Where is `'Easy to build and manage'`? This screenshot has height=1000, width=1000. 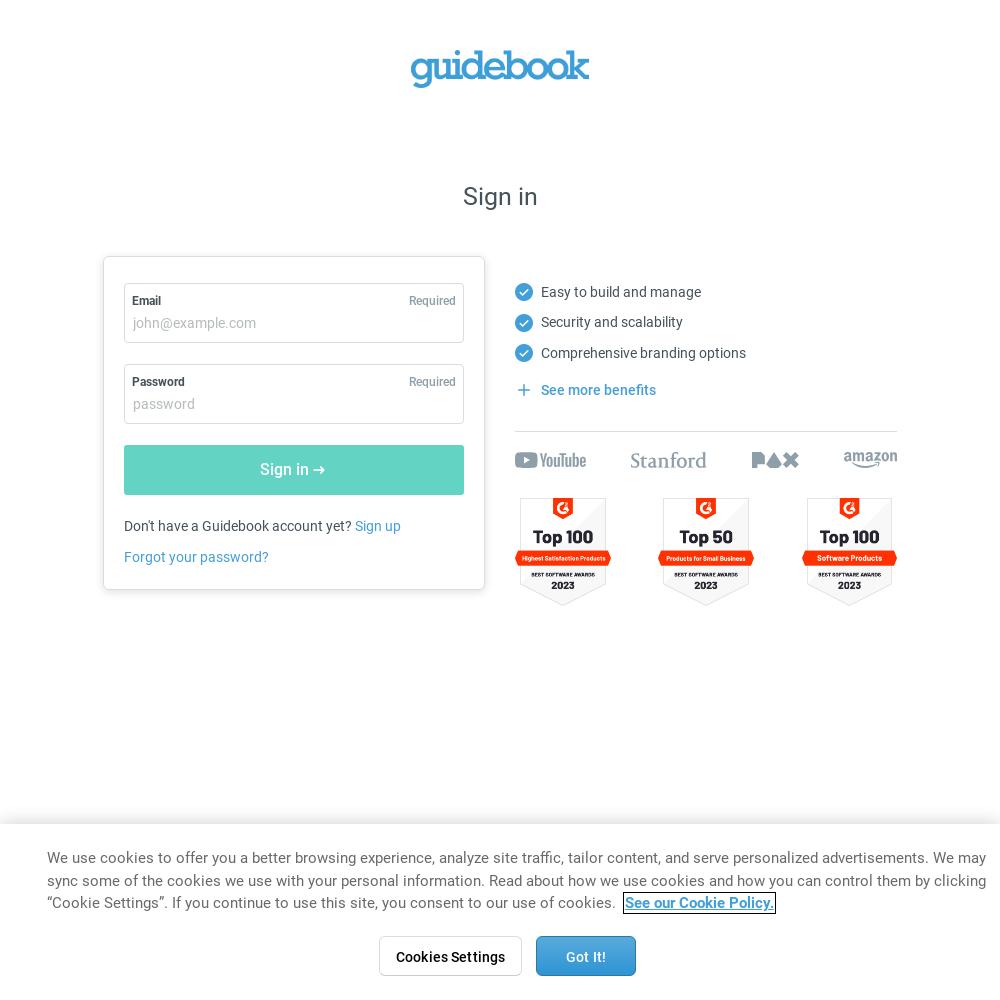 'Easy to build and manage' is located at coordinates (619, 291).